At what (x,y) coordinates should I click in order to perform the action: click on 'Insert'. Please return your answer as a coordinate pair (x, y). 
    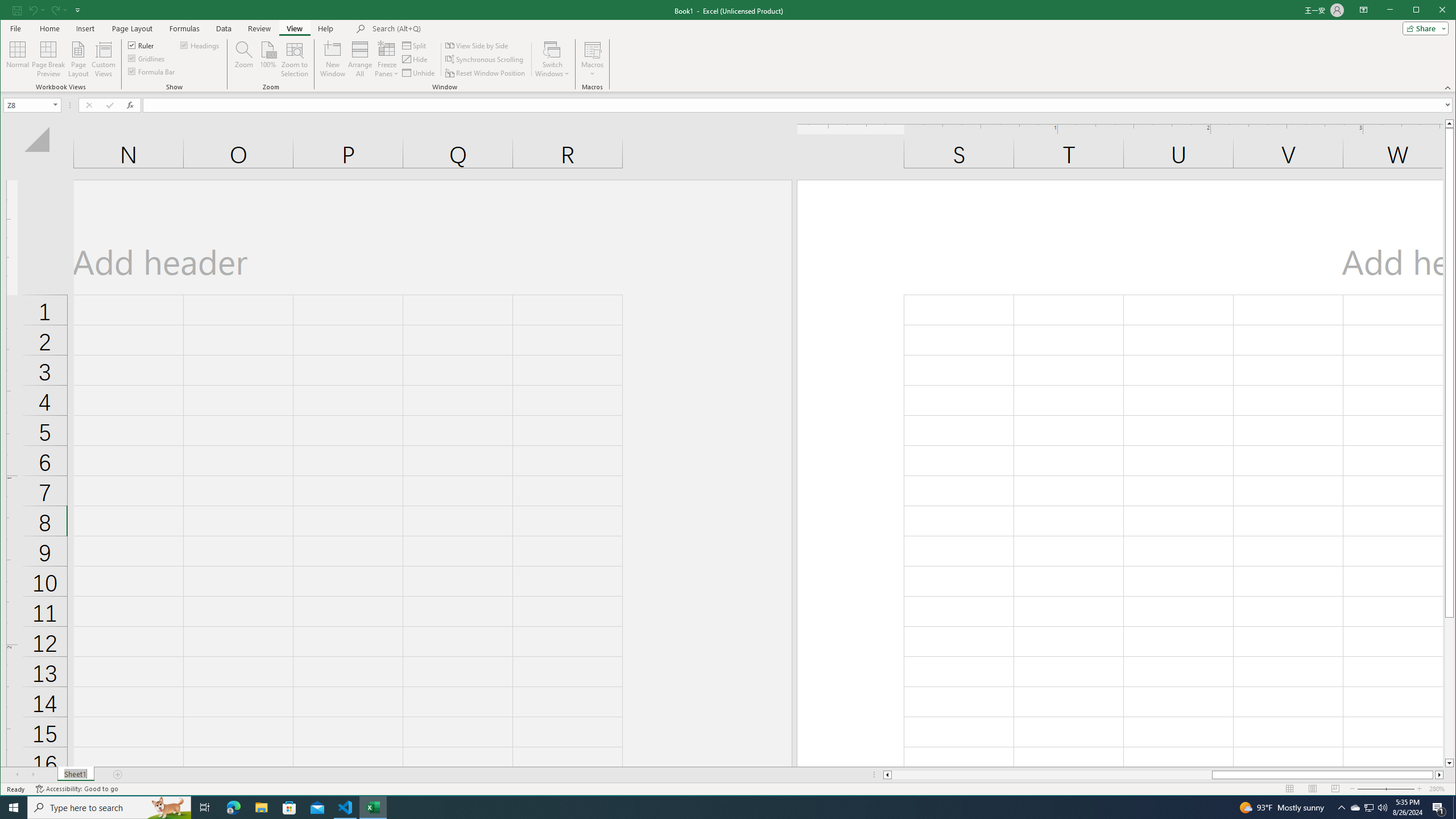
    Looking at the image, I should click on (85, 28).